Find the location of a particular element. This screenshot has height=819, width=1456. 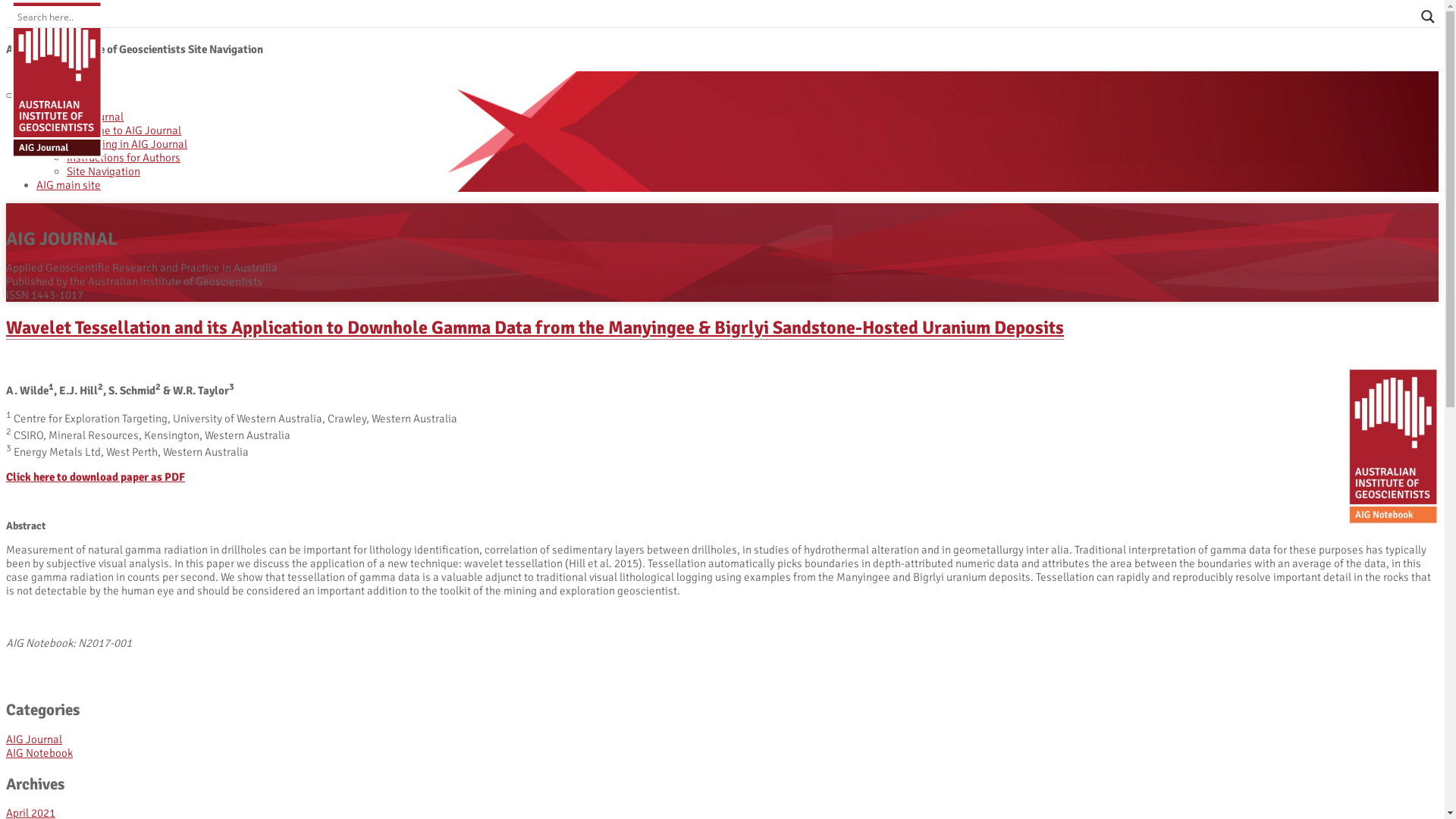

'Instructions for Authors' is located at coordinates (124, 158).